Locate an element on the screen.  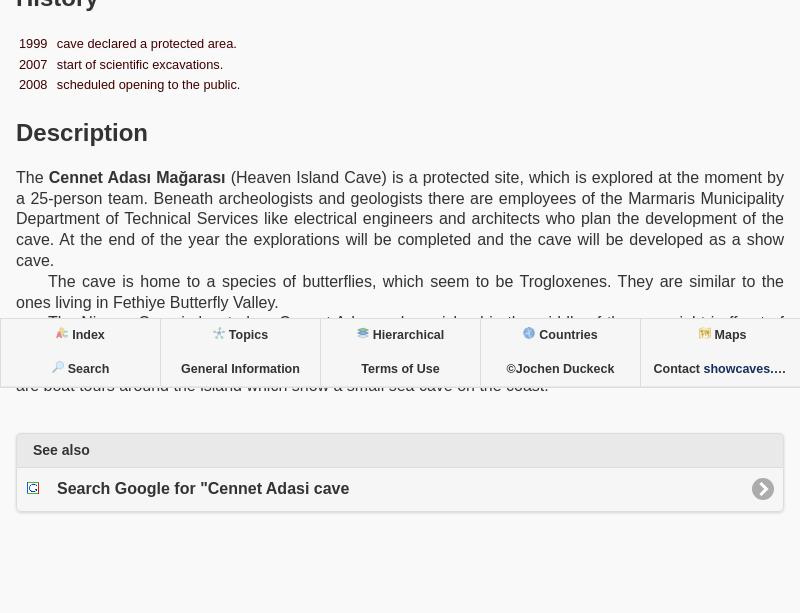
'1999' is located at coordinates (32, 42).